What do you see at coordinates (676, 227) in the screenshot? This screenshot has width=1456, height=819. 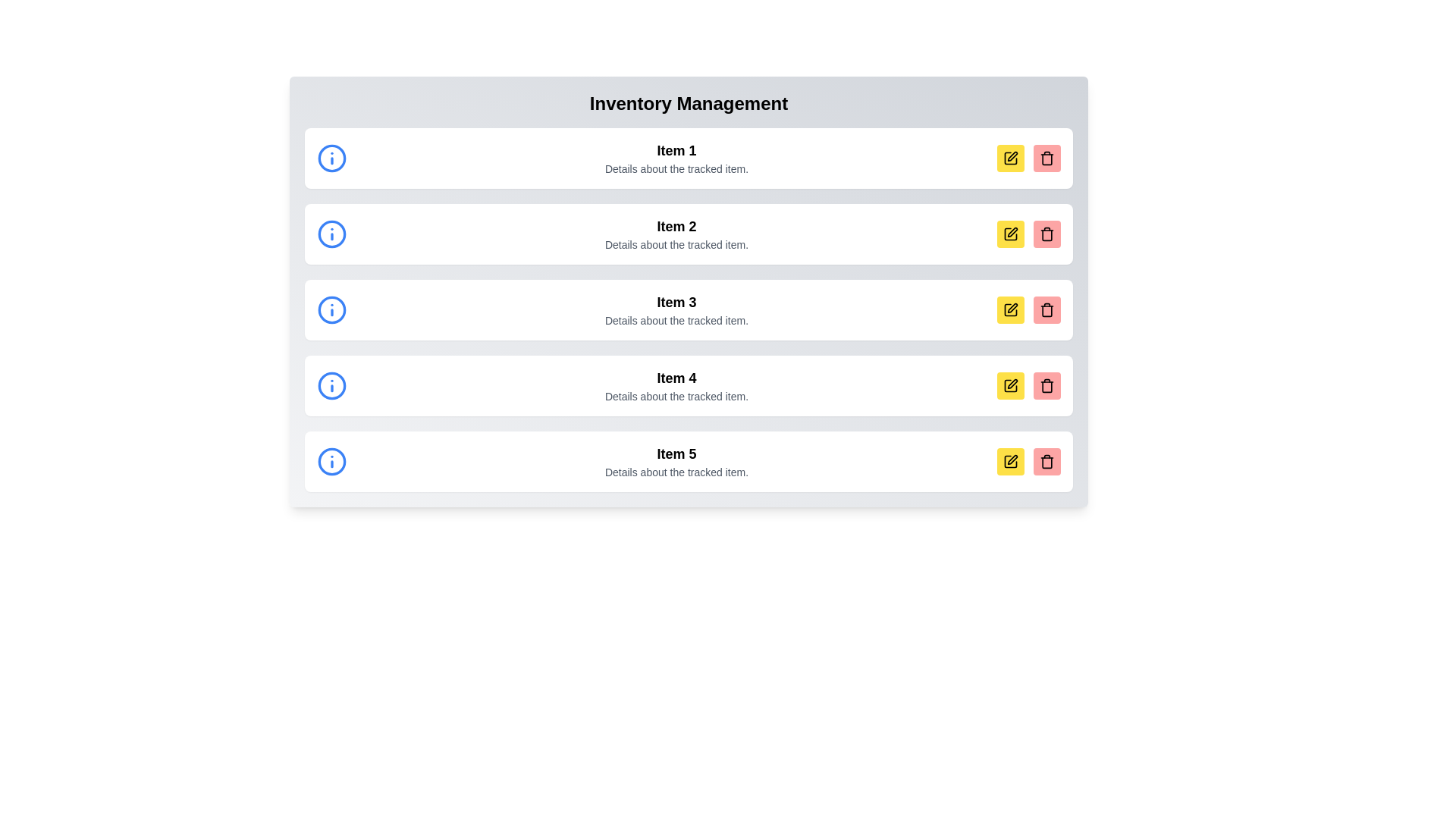 I see `the text label displaying 'Item 2', which is the heading of the second list item in the inventory, adjacent to the 'info' icon and 'edit' and 'delete' buttons` at bounding box center [676, 227].